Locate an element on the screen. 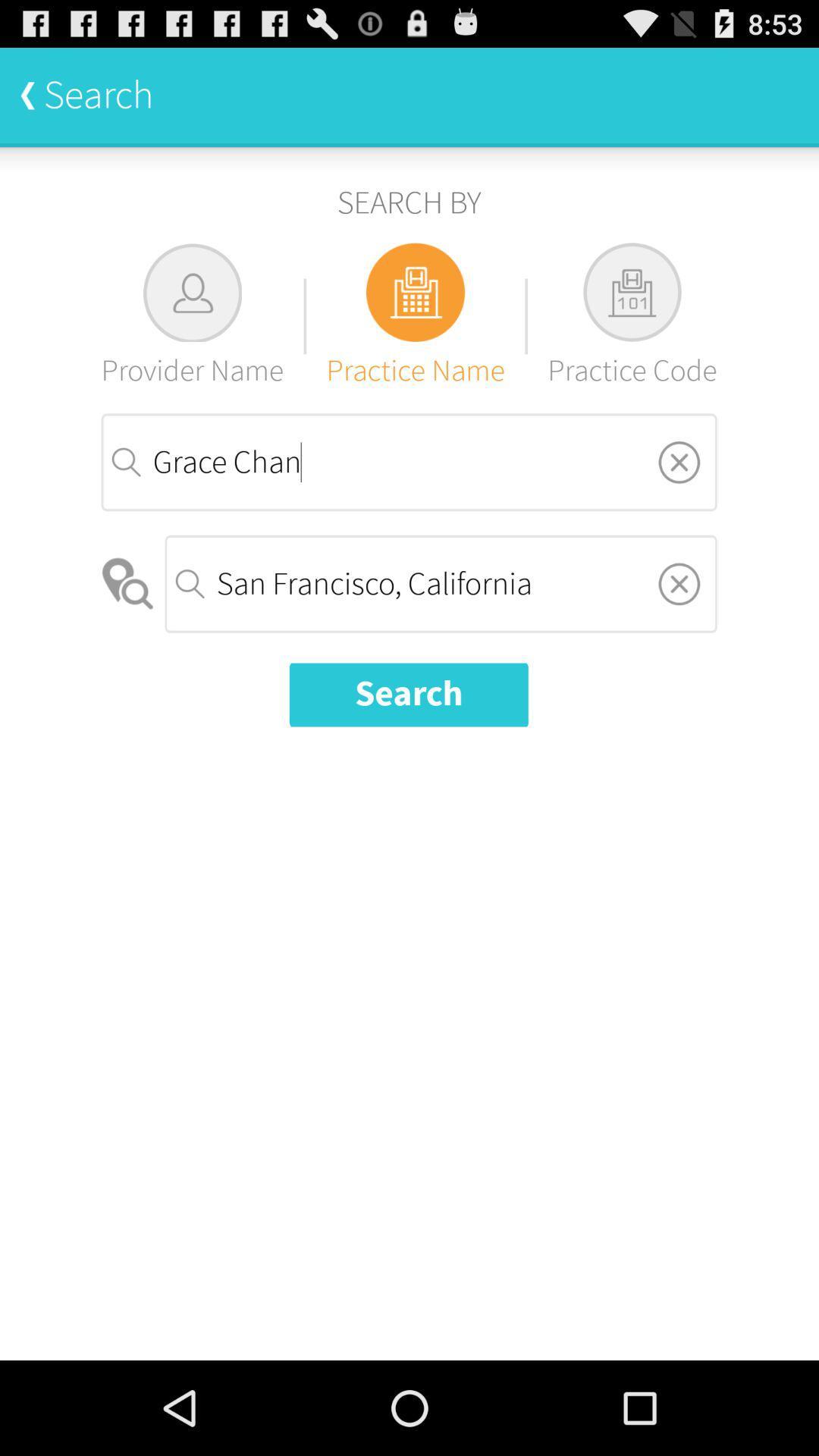  the icon above the search is located at coordinates (441, 583).